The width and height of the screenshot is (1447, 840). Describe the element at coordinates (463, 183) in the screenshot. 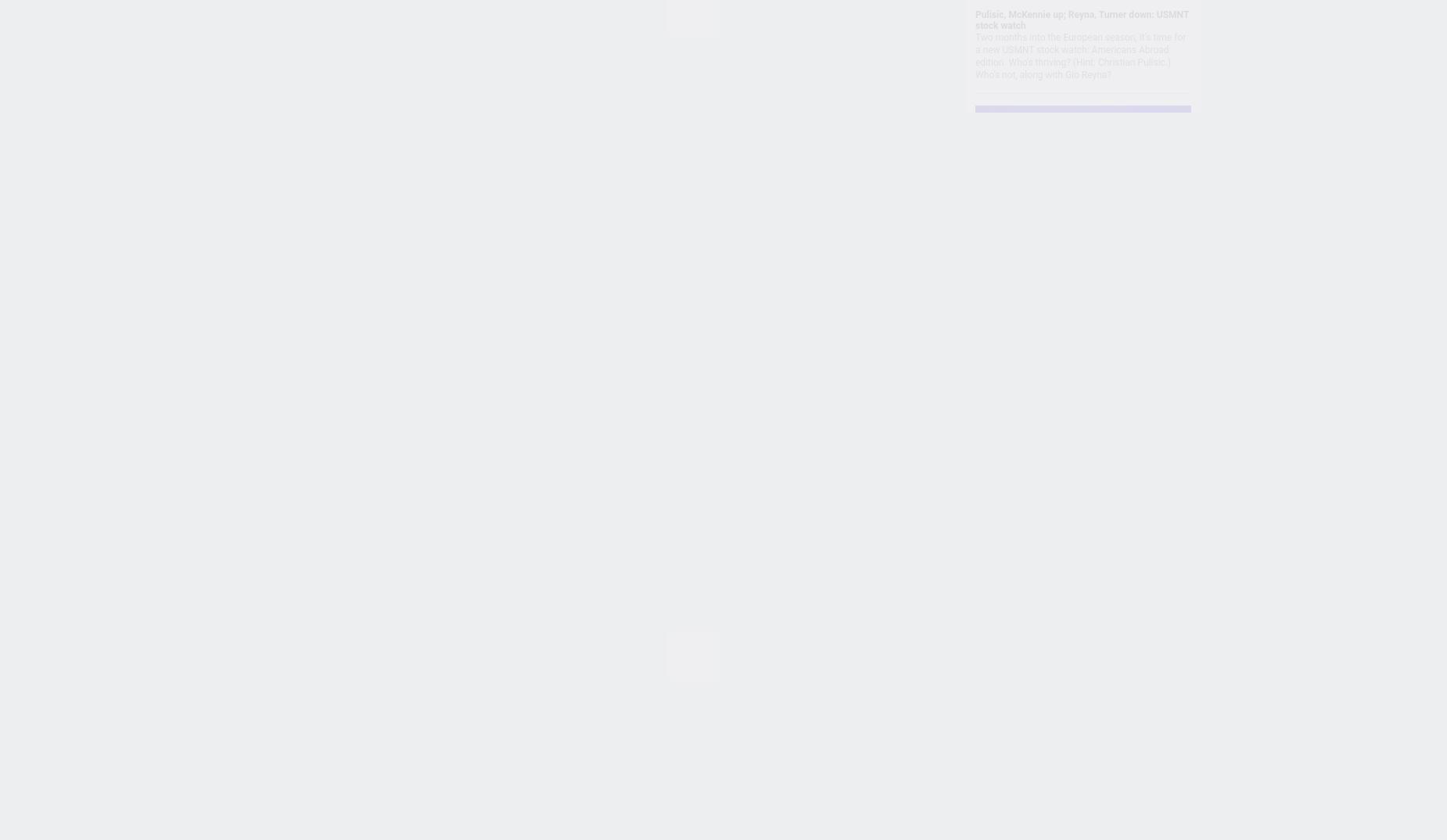

I see `'15h'` at that location.